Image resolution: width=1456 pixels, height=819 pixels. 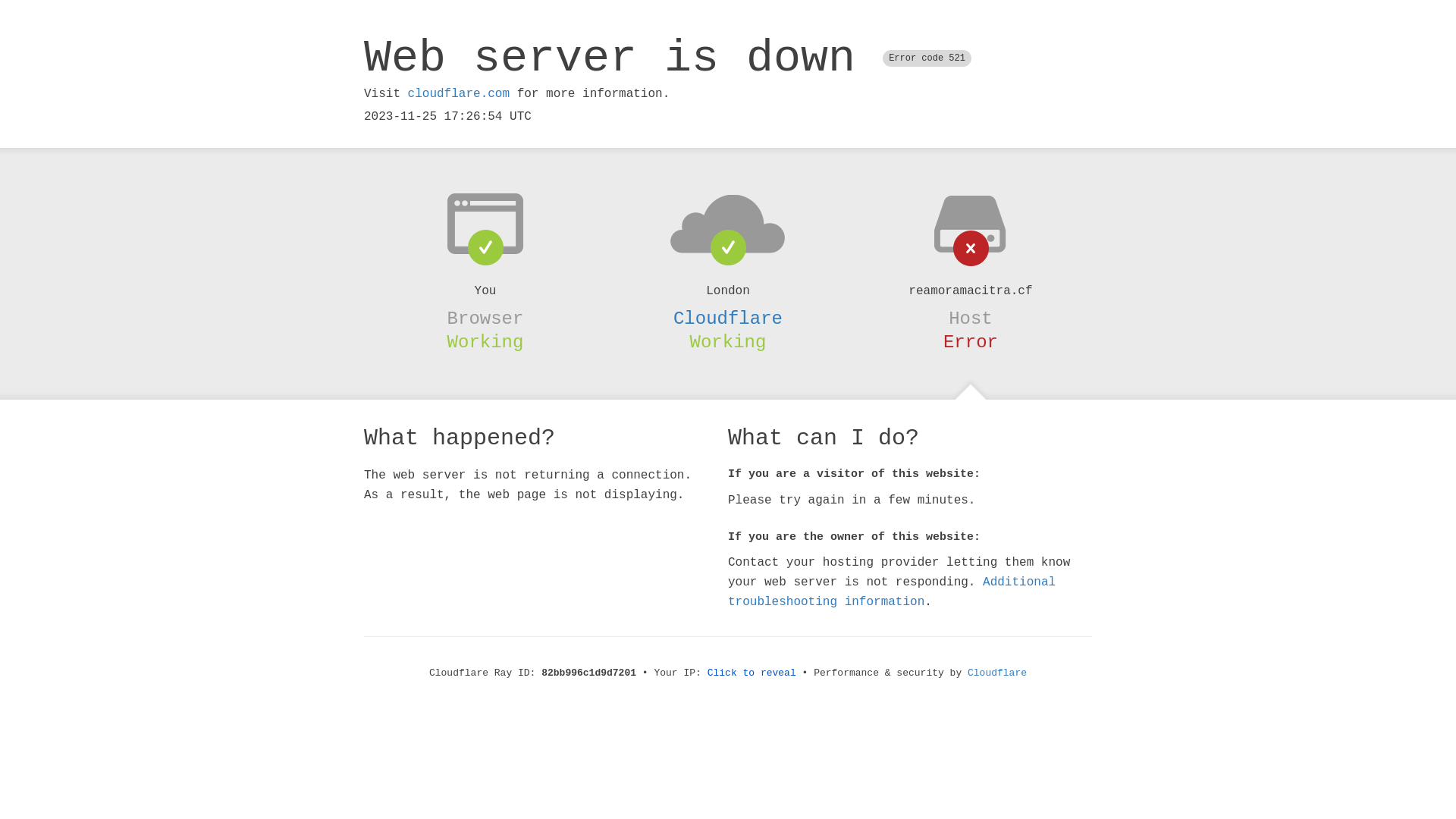 What do you see at coordinates (706, 672) in the screenshot?
I see `'Click to reveal'` at bounding box center [706, 672].